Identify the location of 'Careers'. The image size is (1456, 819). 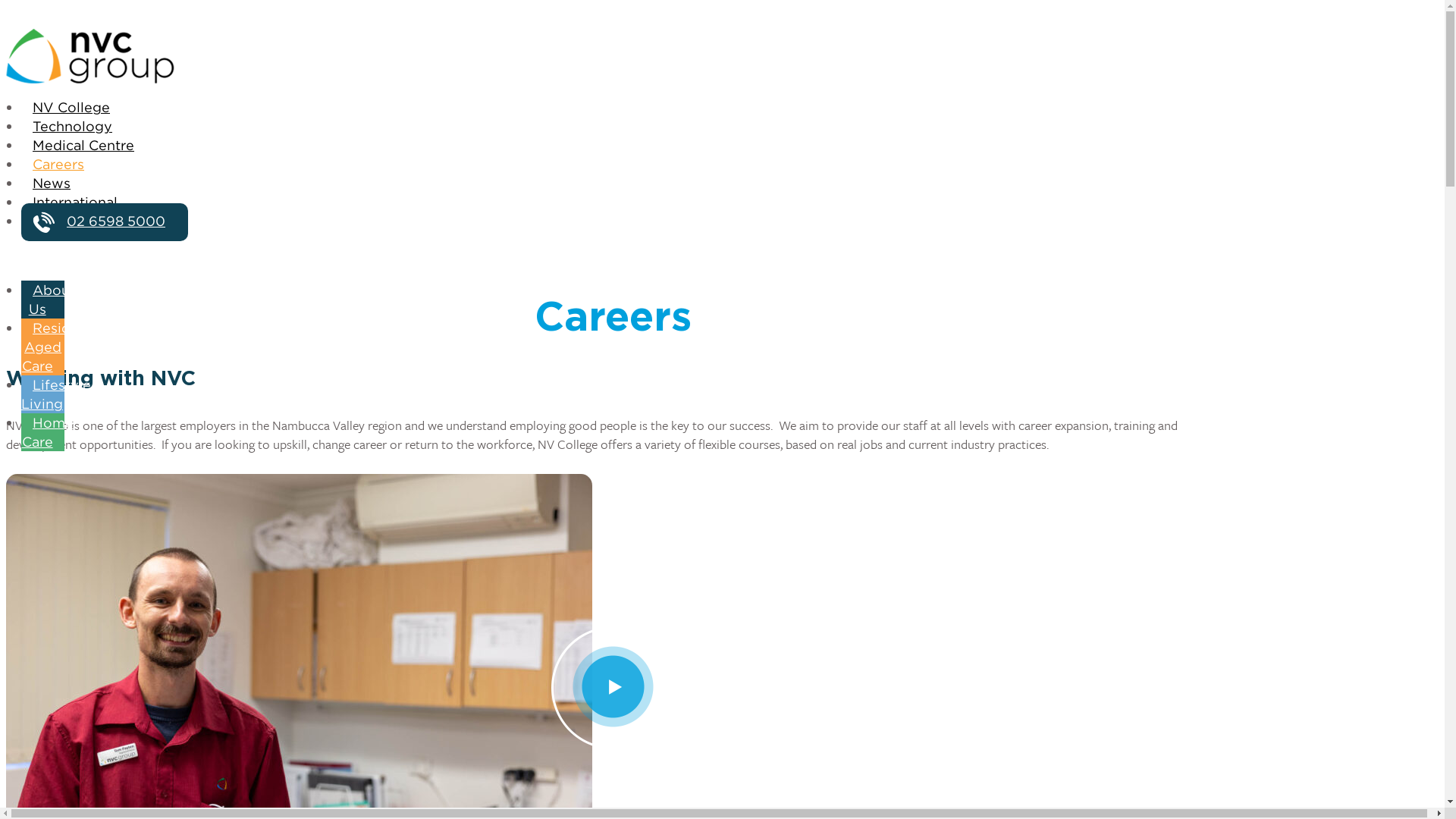
(21, 165).